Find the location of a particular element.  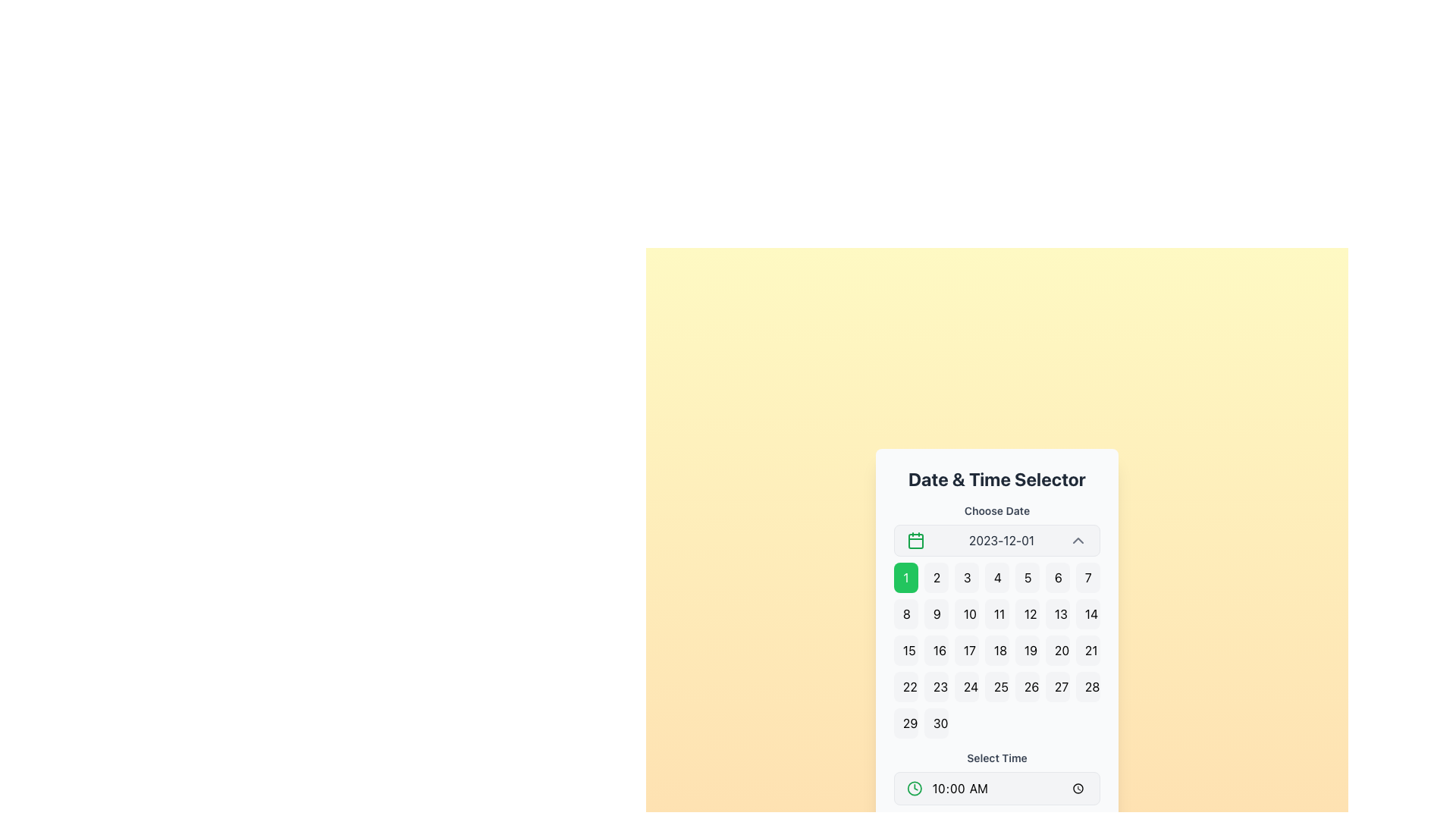

the rectangular button with the text '2' in black is located at coordinates (935, 578).